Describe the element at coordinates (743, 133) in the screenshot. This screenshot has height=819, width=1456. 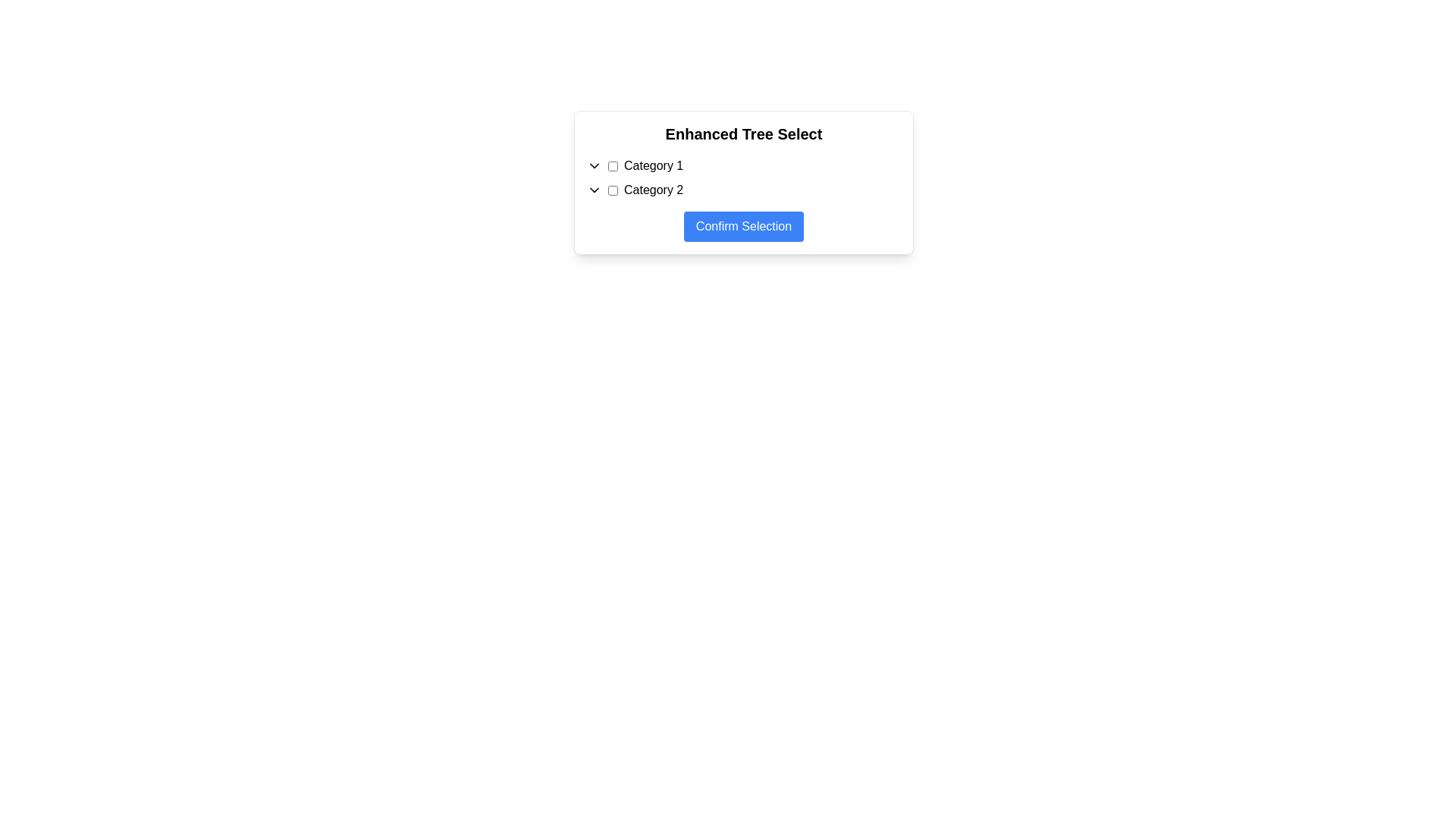
I see `the text label displaying 'Enhanced Tree Select', which is positioned at the top of its card-like component` at that location.